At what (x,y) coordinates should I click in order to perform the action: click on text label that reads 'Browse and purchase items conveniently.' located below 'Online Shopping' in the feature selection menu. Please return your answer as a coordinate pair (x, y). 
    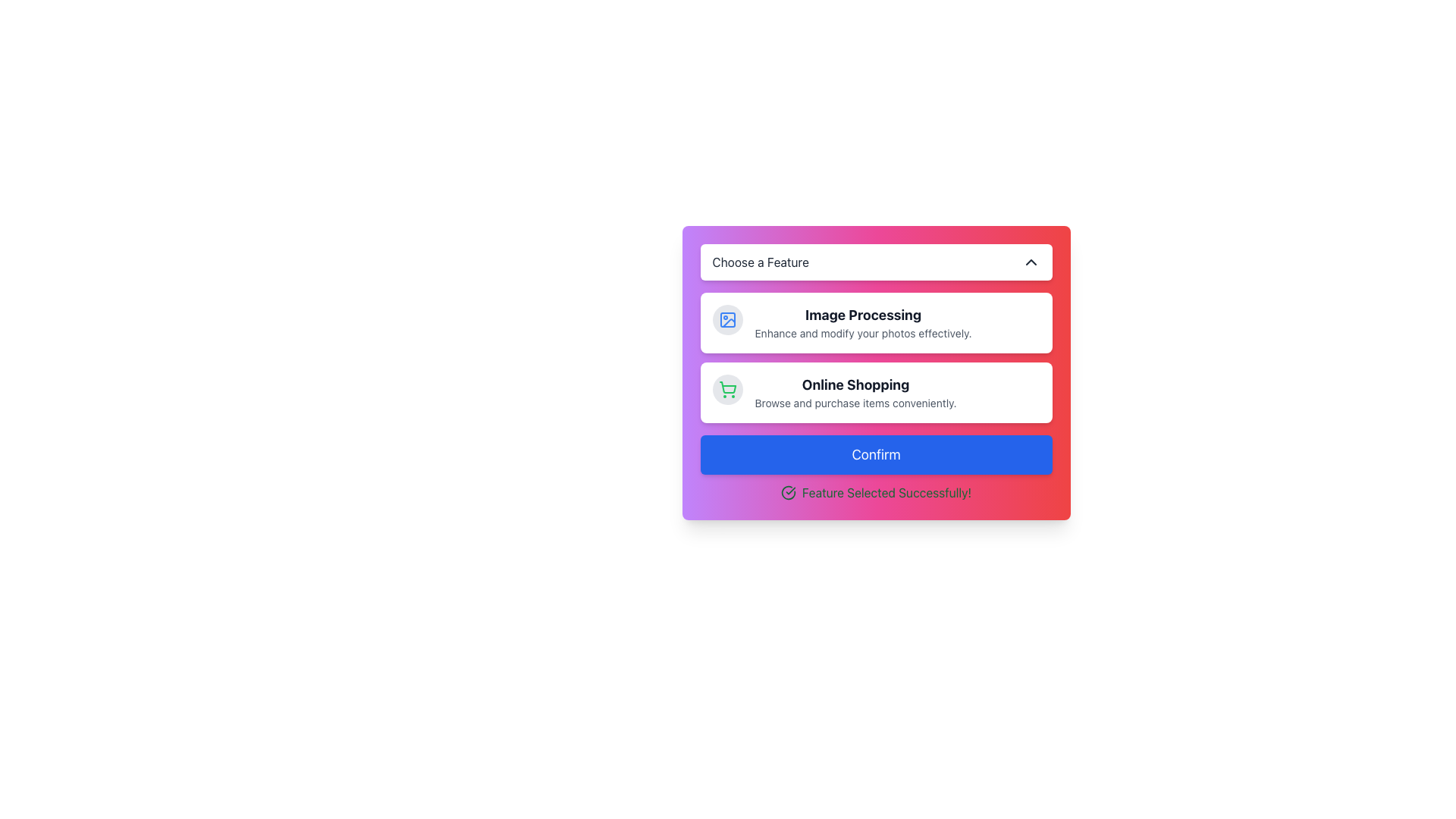
    Looking at the image, I should click on (855, 403).